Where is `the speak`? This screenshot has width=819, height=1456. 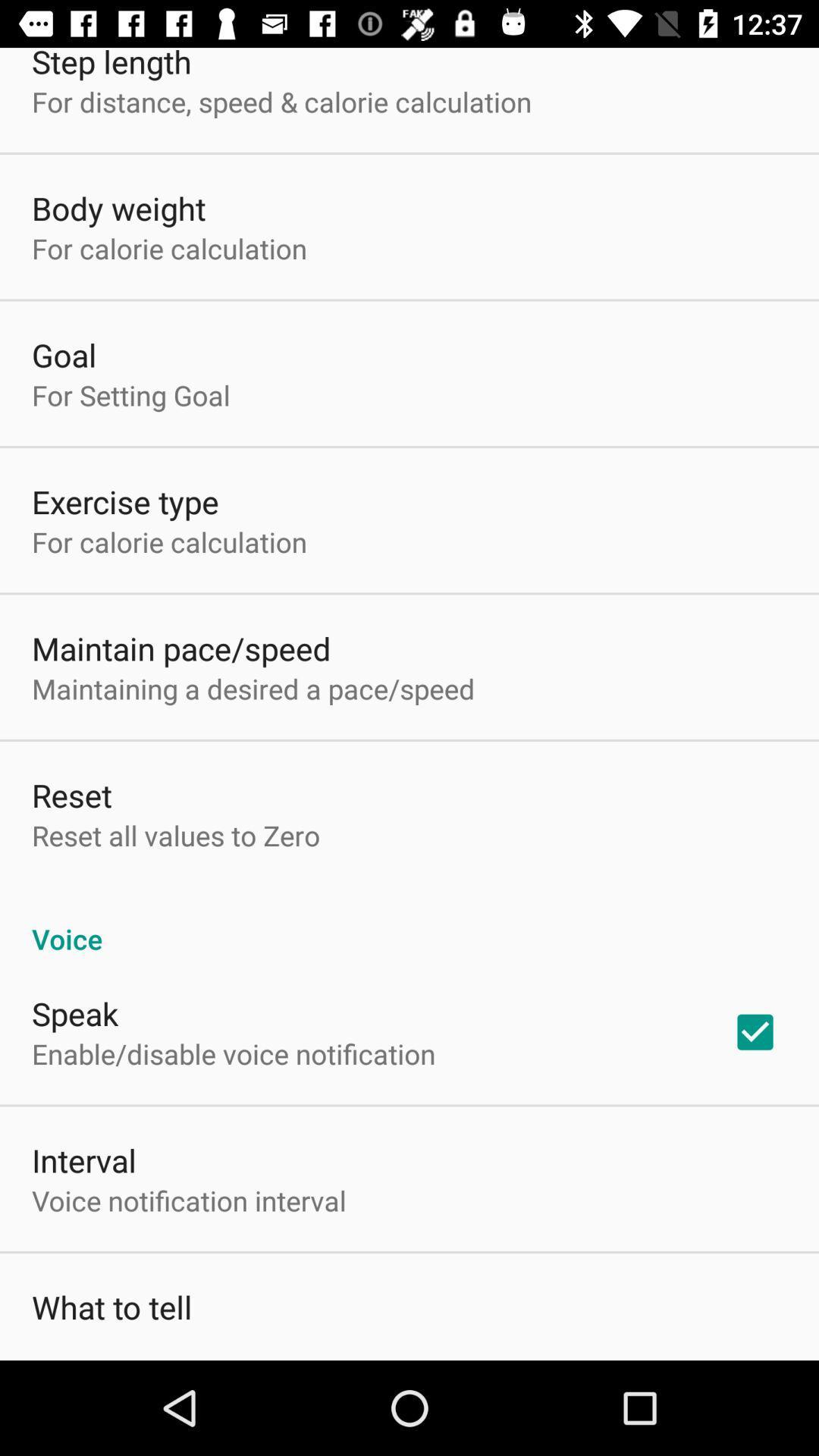
the speak is located at coordinates (75, 1013).